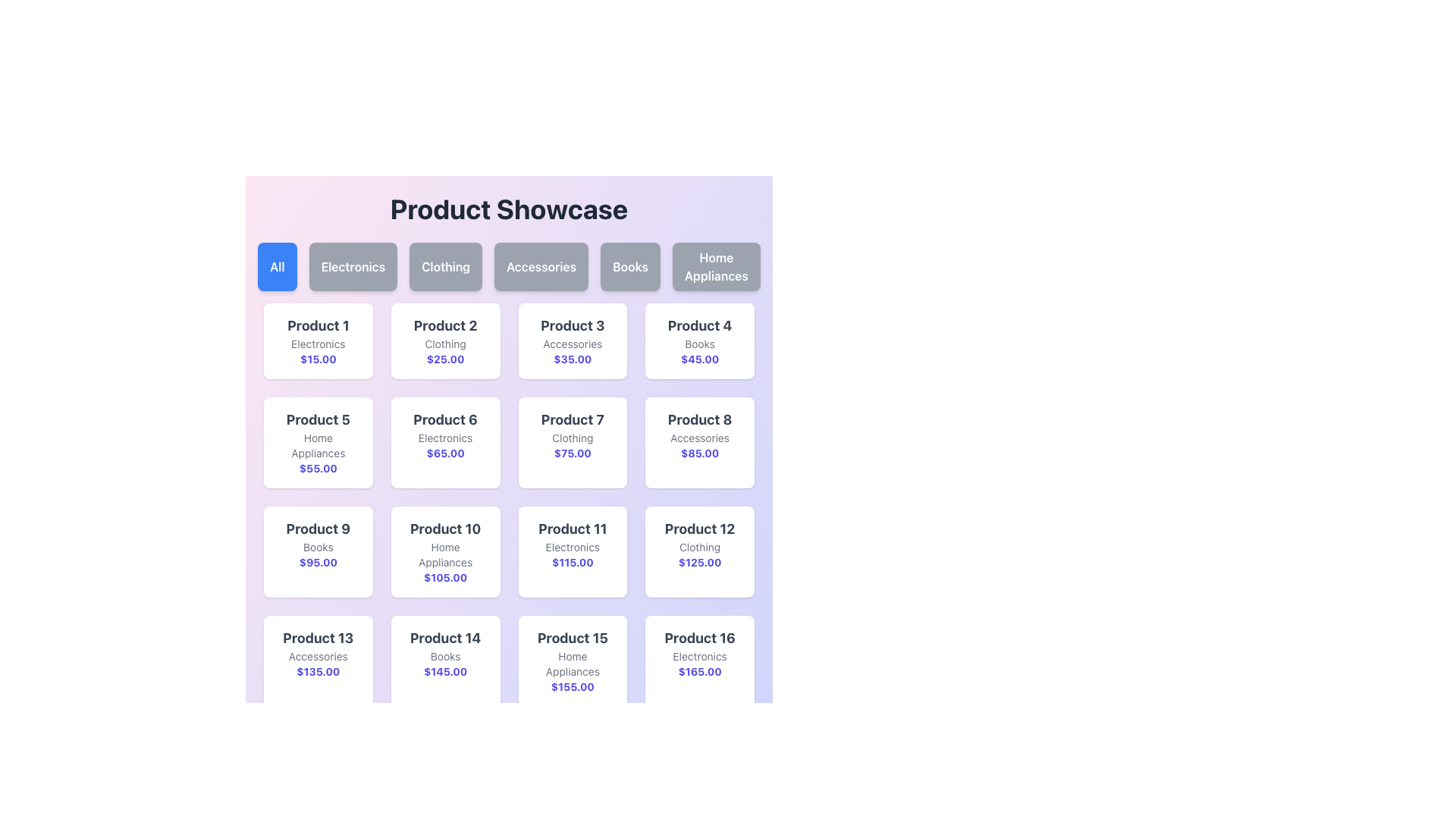  What do you see at coordinates (317, 552) in the screenshot?
I see `the product display card for 'Product 9' which is located in the leftmost column of the third row in the product showcase grid` at bounding box center [317, 552].